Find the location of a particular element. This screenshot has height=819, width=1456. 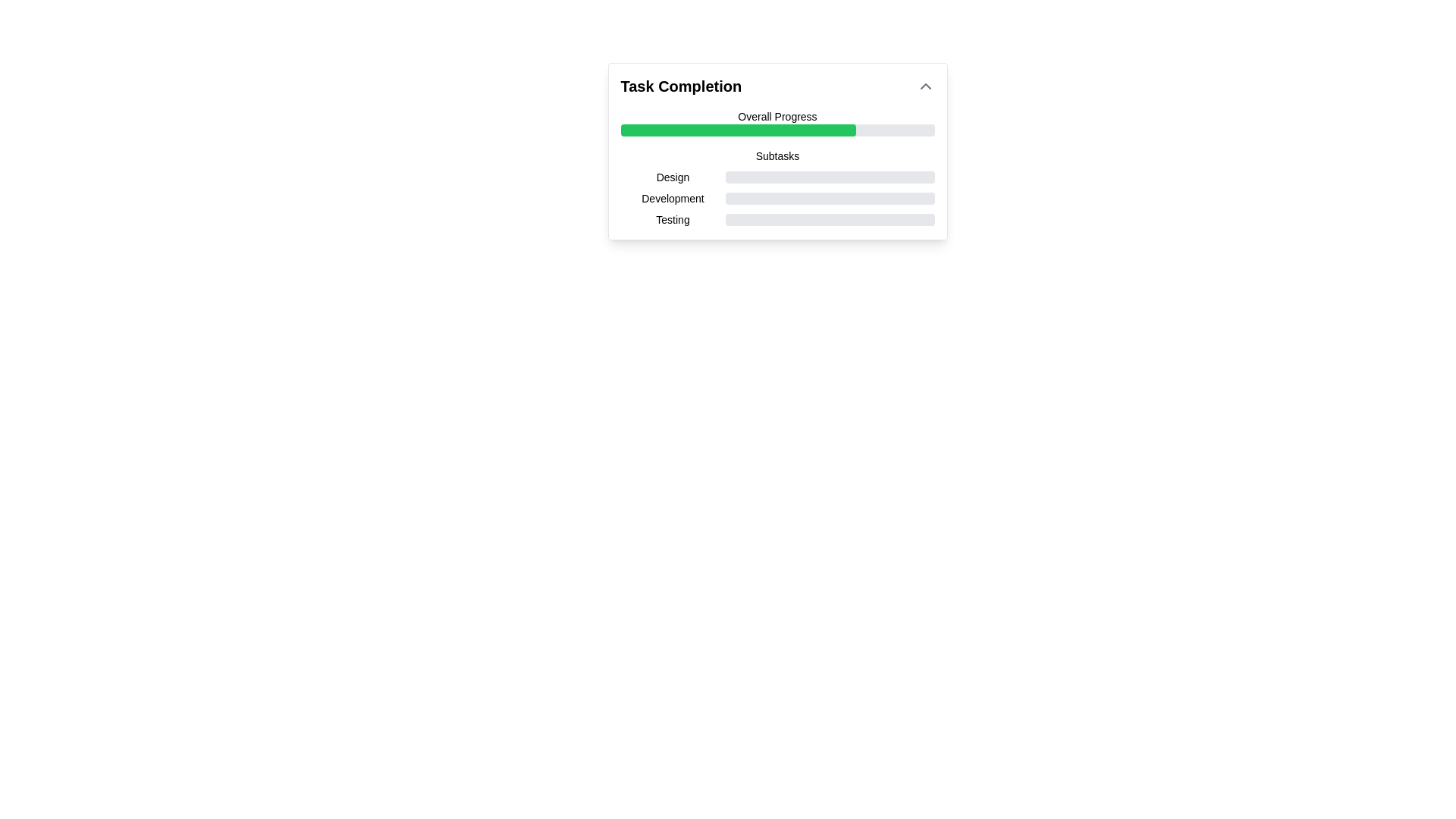

the progress bar labeled 'Design' which is the first item in the list under 'Subtasks' is located at coordinates (777, 177).